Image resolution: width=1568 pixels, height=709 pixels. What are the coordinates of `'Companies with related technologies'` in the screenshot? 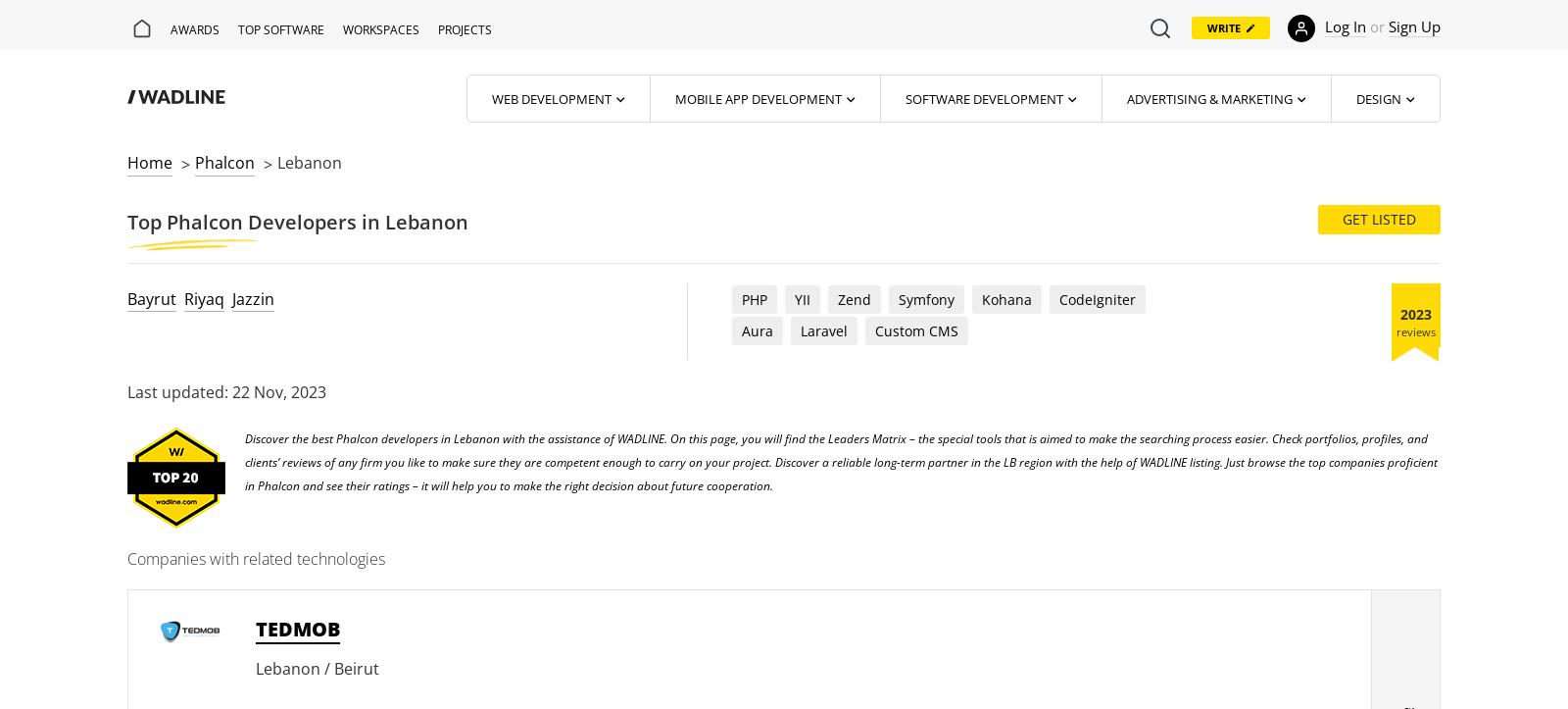 It's located at (256, 557).